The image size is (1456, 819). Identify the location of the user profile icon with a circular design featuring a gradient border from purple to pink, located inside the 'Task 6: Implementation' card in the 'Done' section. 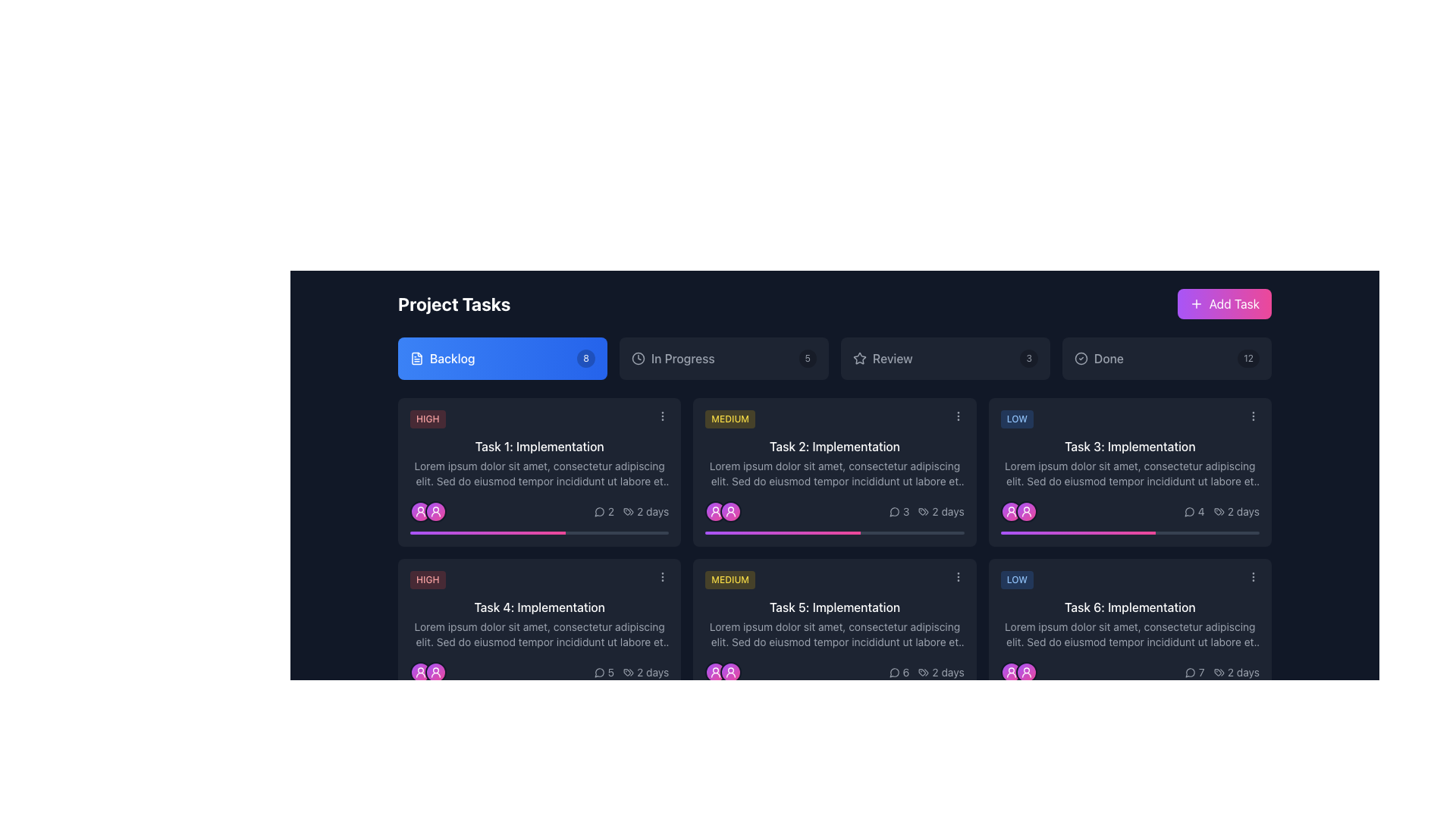
(1026, 672).